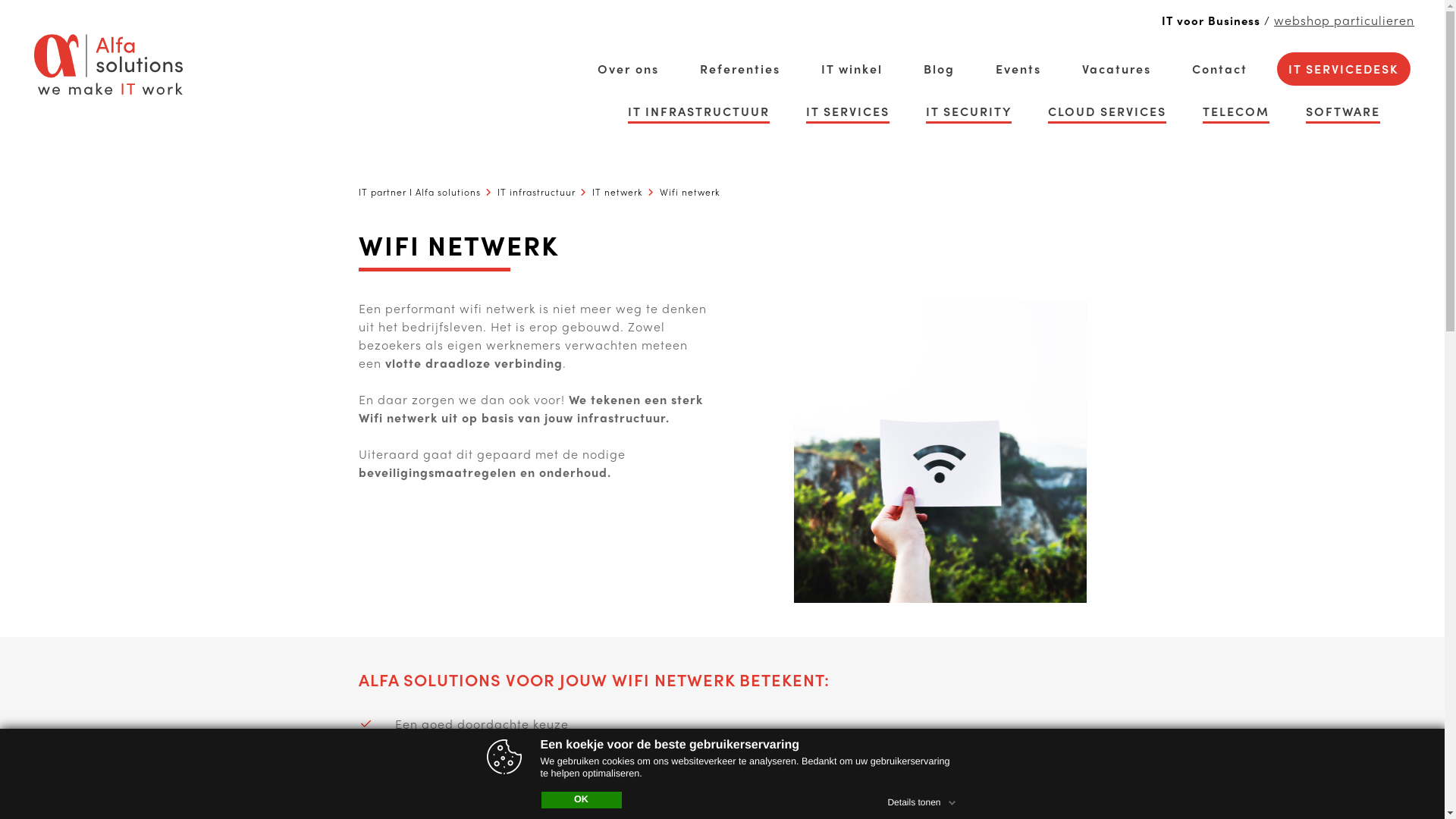 The width and height of the screenshot is (1456, 819). I want to click on 'IT SECURITY', so click(968, 110).